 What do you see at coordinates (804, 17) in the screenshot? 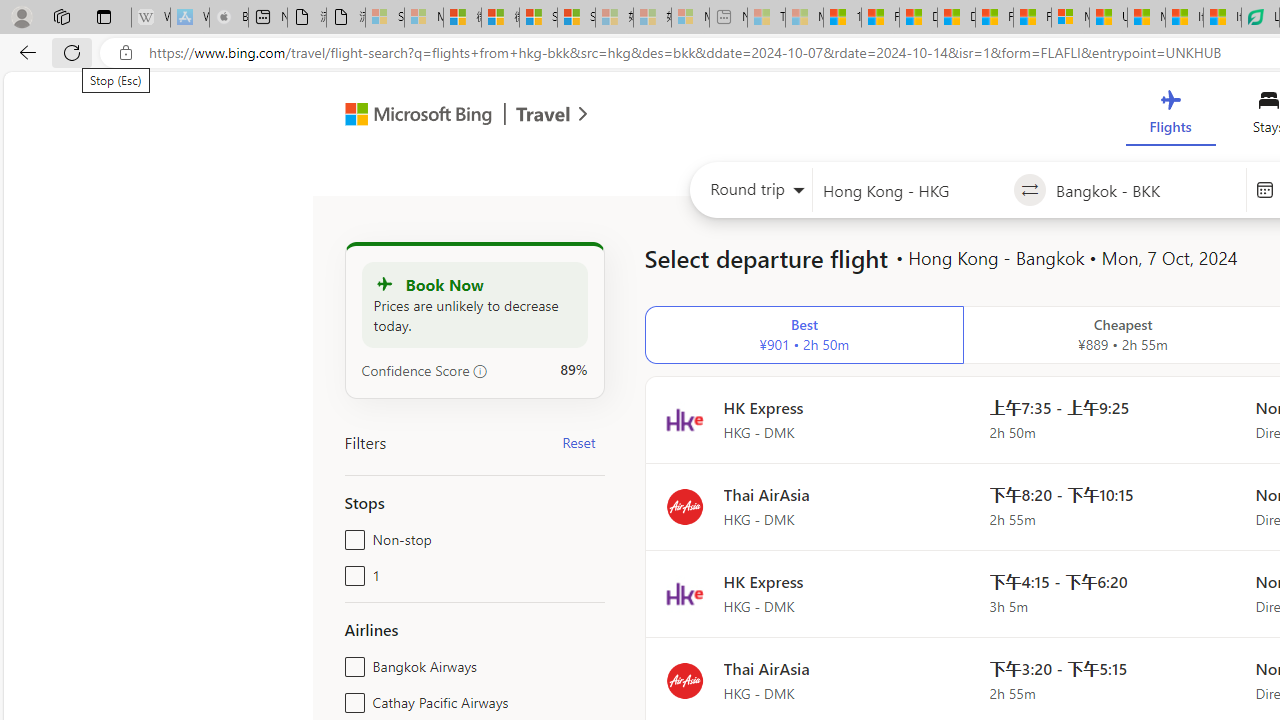
I see `'Marine life - MSN - Sleeping'` at bounding box center [804, 17].